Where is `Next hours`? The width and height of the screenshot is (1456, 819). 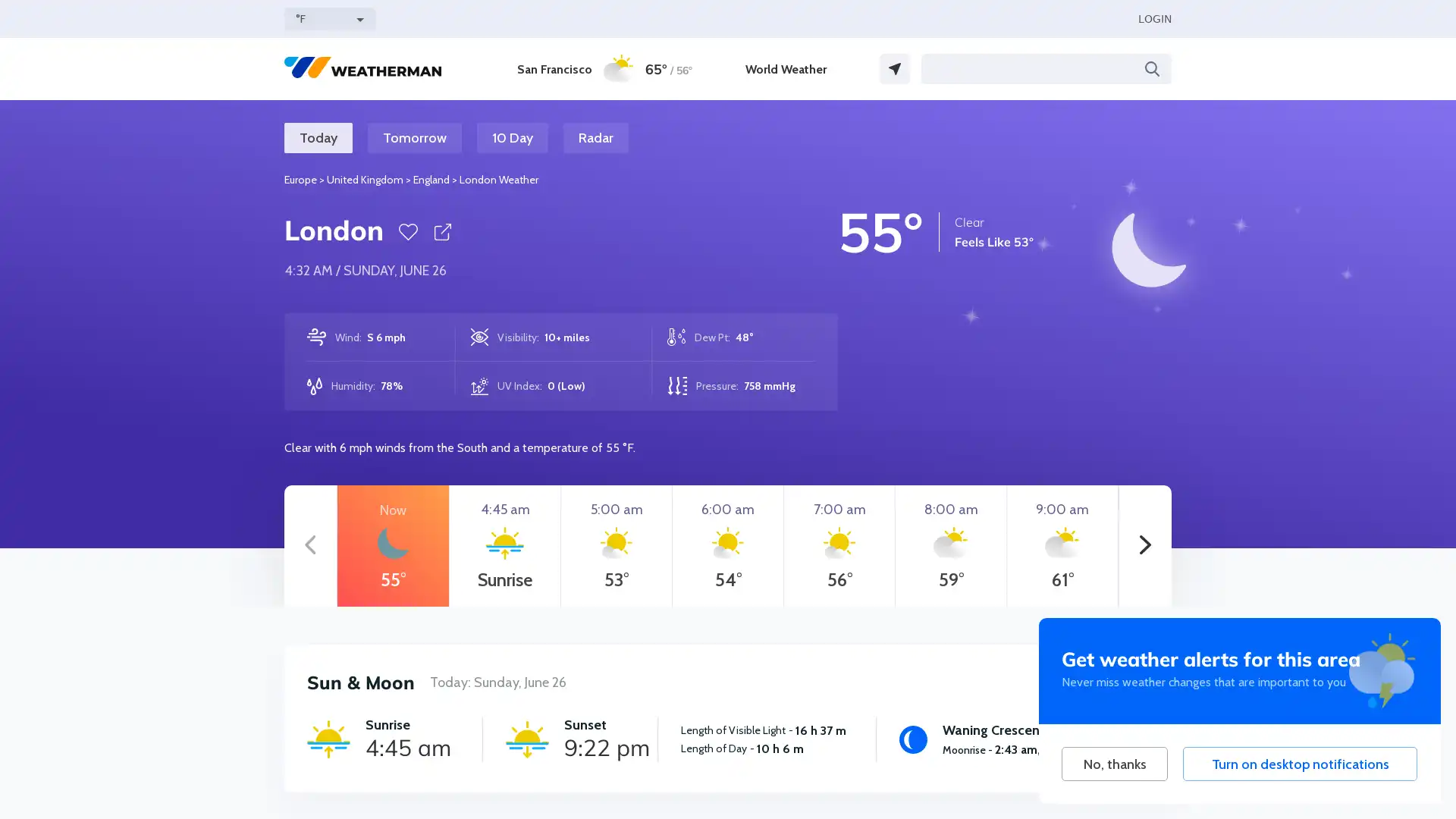
Next hours is located at coordinates (1145, 546).